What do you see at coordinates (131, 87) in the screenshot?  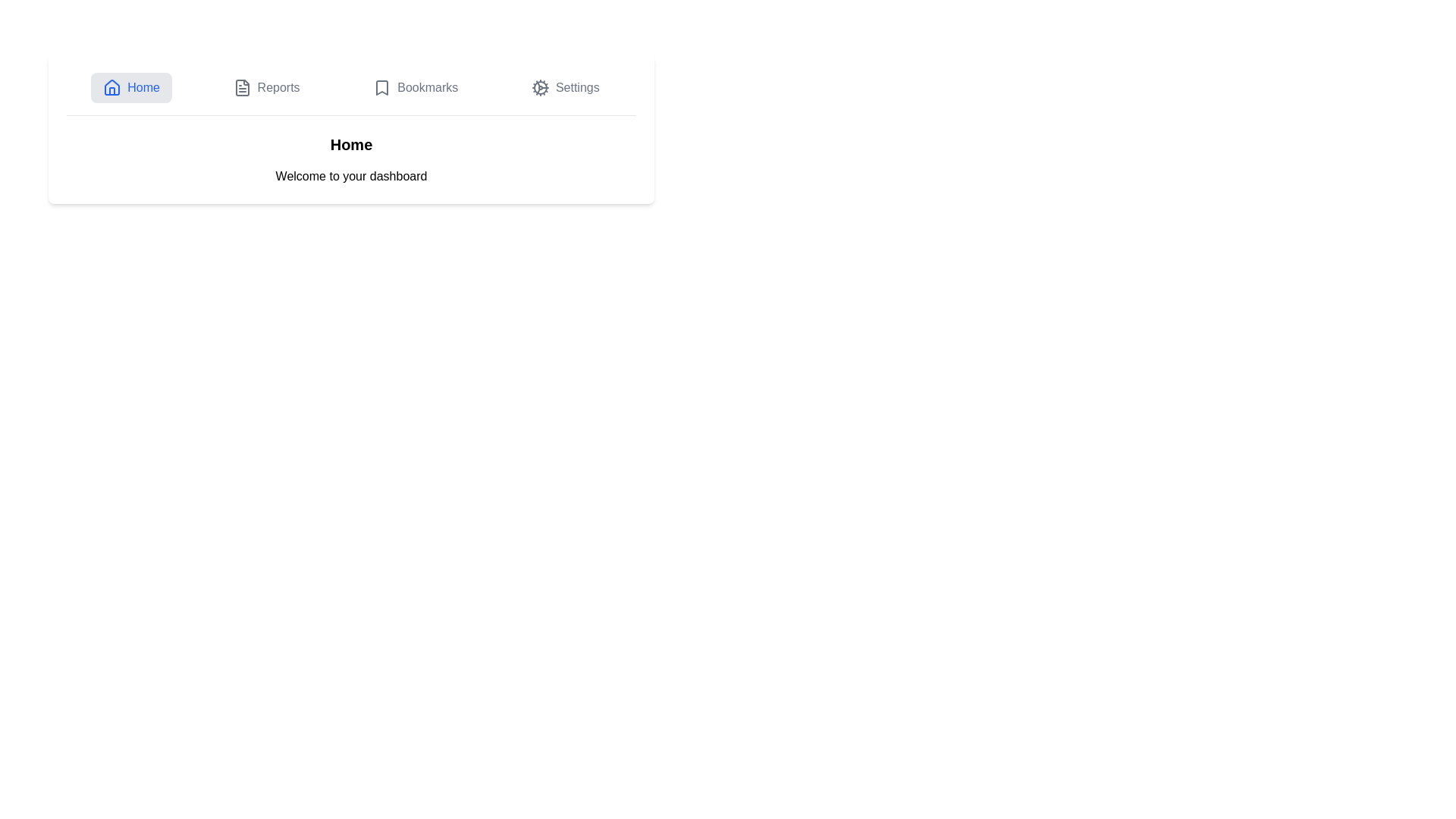 I see `the 'Home' button in the navigation bar, which is styled with a light blue rounded rectangle and contains a house icon and the label 'Home'` at bounding box center [131, 87].